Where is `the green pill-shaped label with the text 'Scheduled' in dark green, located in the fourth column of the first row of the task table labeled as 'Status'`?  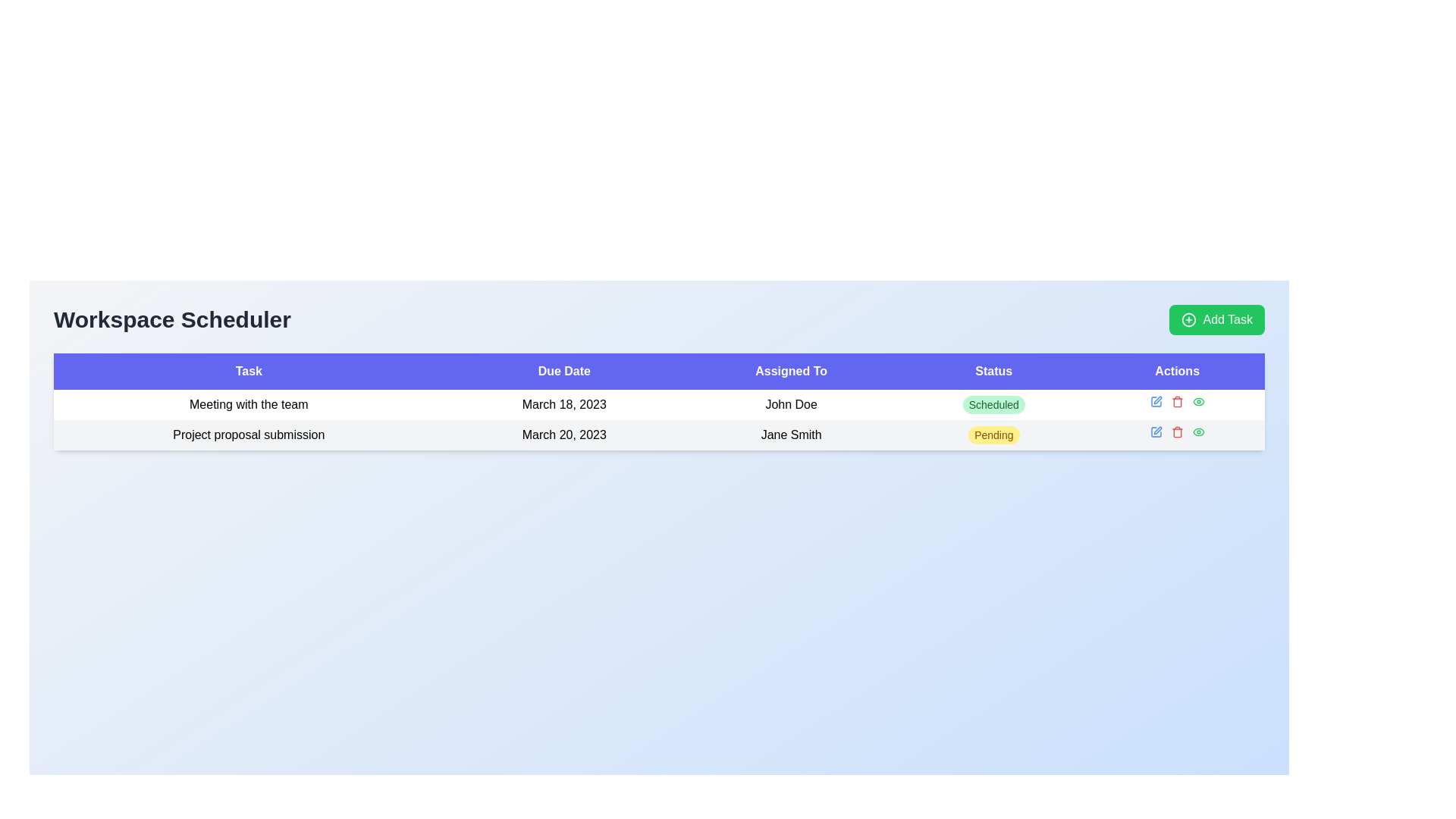 the green pill-shaped label with the text 'Scheduled' in dark green, located in the fourth column of the first row of the task table labeled as 'Status' is located at coordinates (993, 403).